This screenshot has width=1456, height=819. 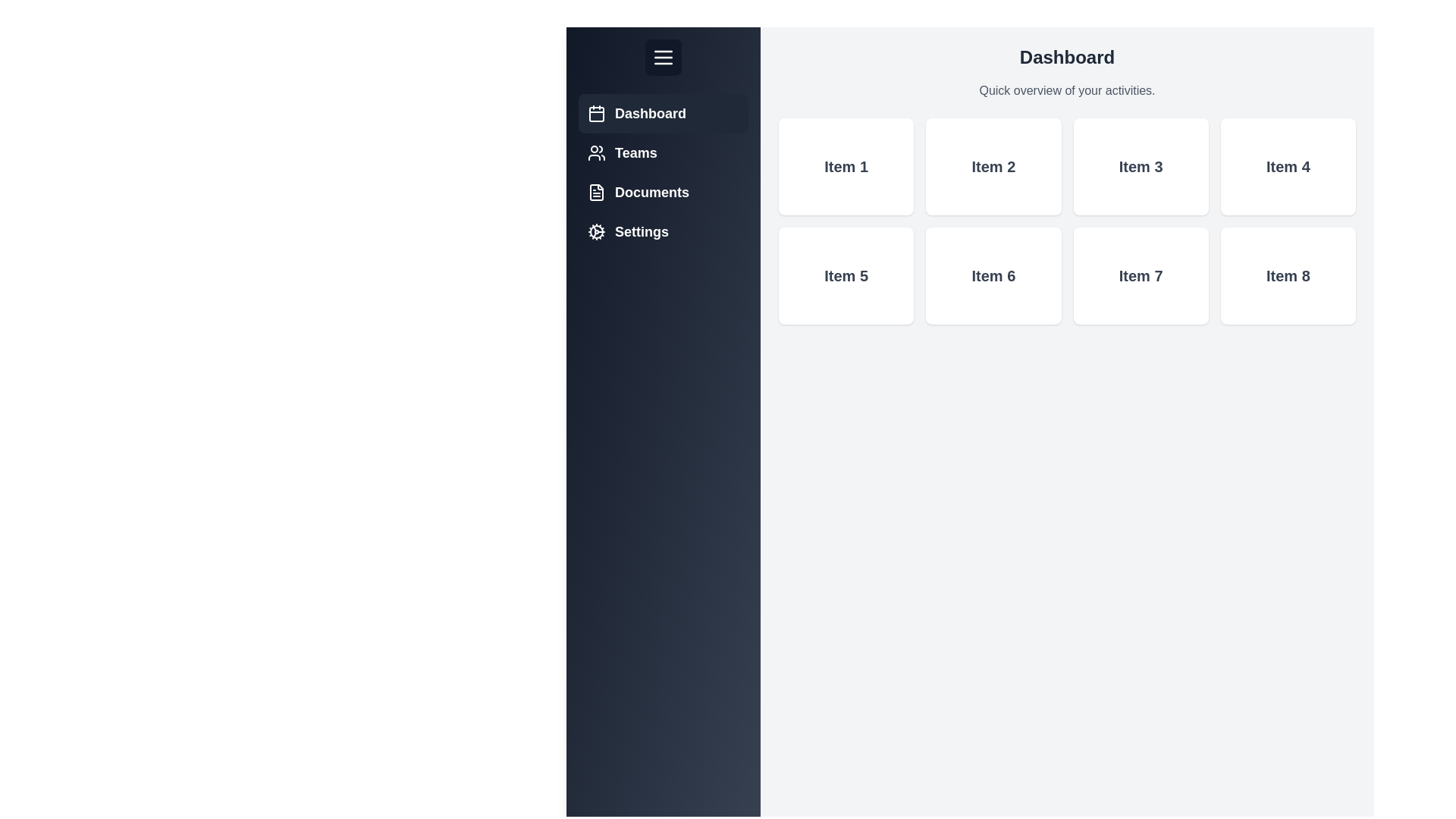 What do you see at coordinates (663, 231) in the screenshot?
I see `the menu item Settings to reveal its additional information or effects` at bounding box center [663, 231].